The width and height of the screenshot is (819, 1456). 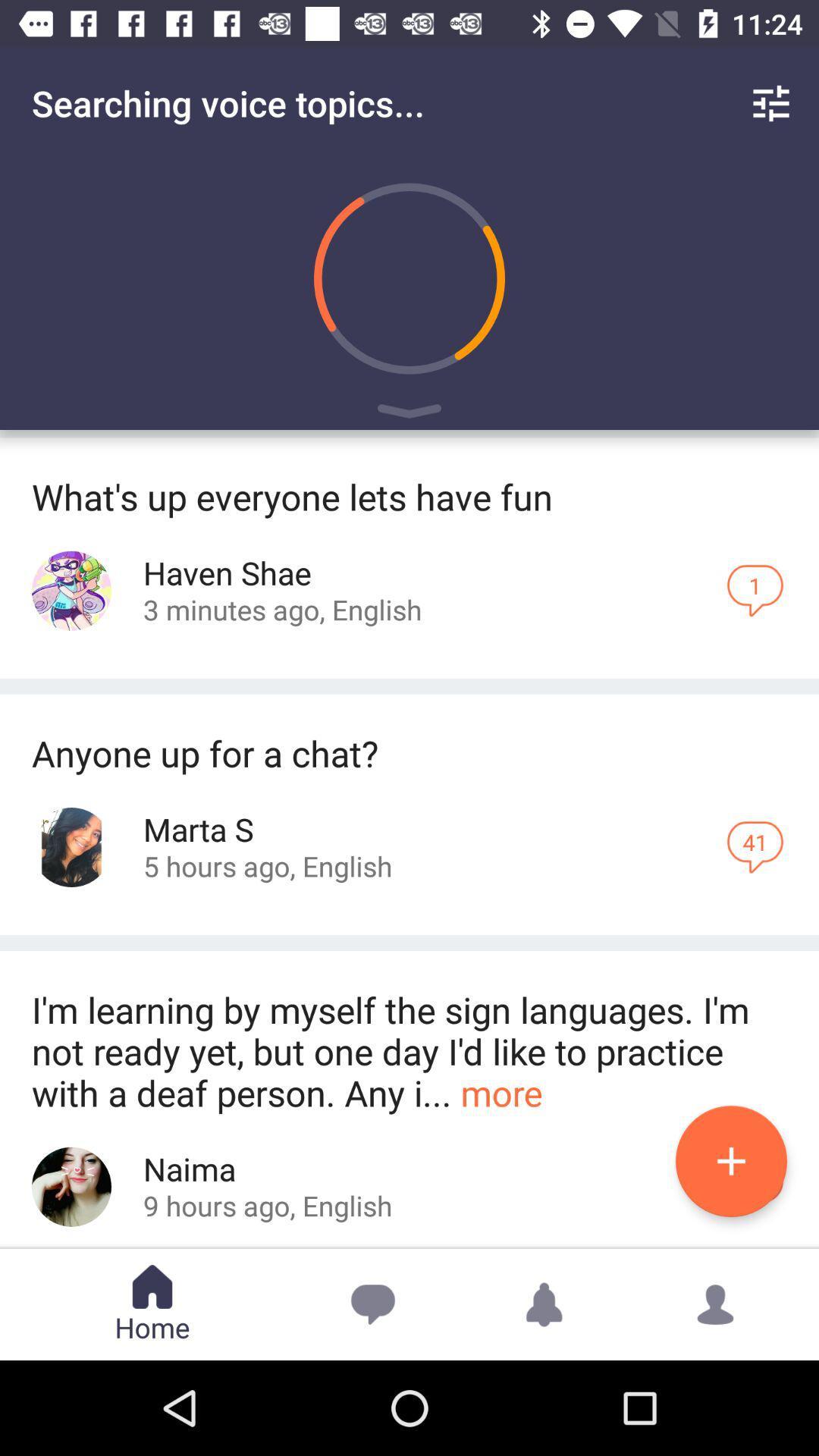 I want to click on the symbol at the bottom right of the page, so click(x=716, y=1304).